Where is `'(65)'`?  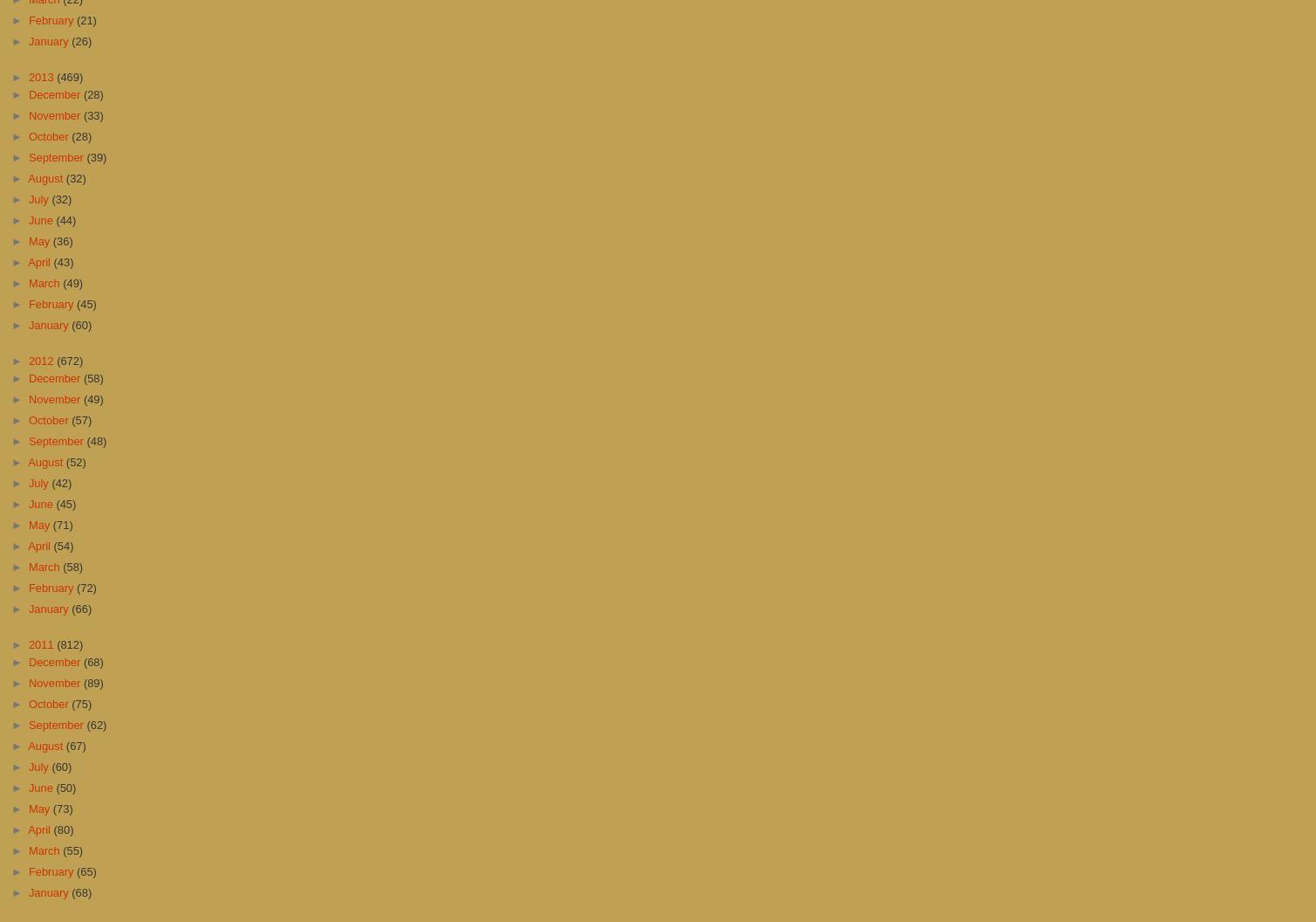 '(65)' is located at coordinates (86, 870).